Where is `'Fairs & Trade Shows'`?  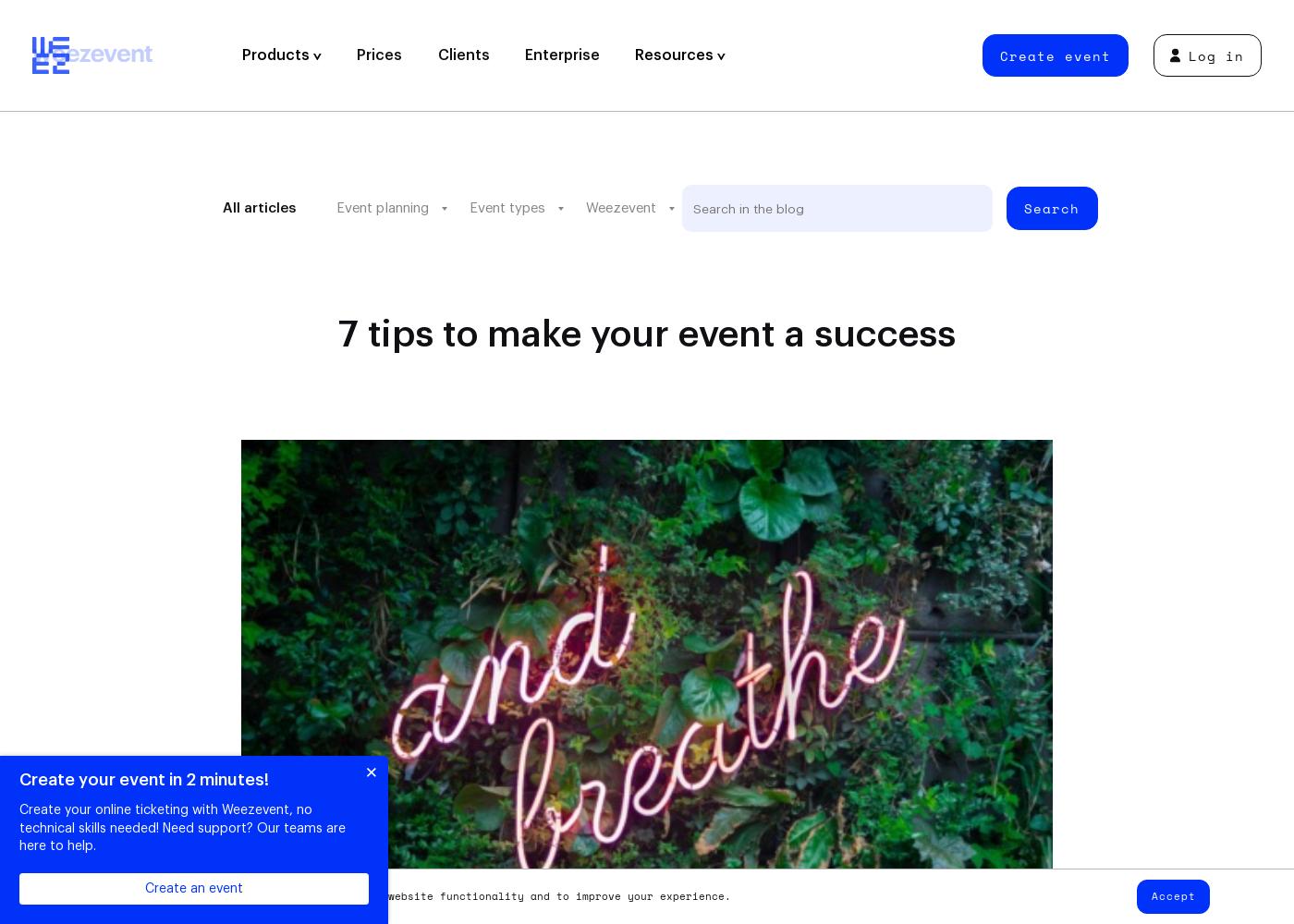
'Fairs & Trade Shows' is located at coordinates (421, 346).